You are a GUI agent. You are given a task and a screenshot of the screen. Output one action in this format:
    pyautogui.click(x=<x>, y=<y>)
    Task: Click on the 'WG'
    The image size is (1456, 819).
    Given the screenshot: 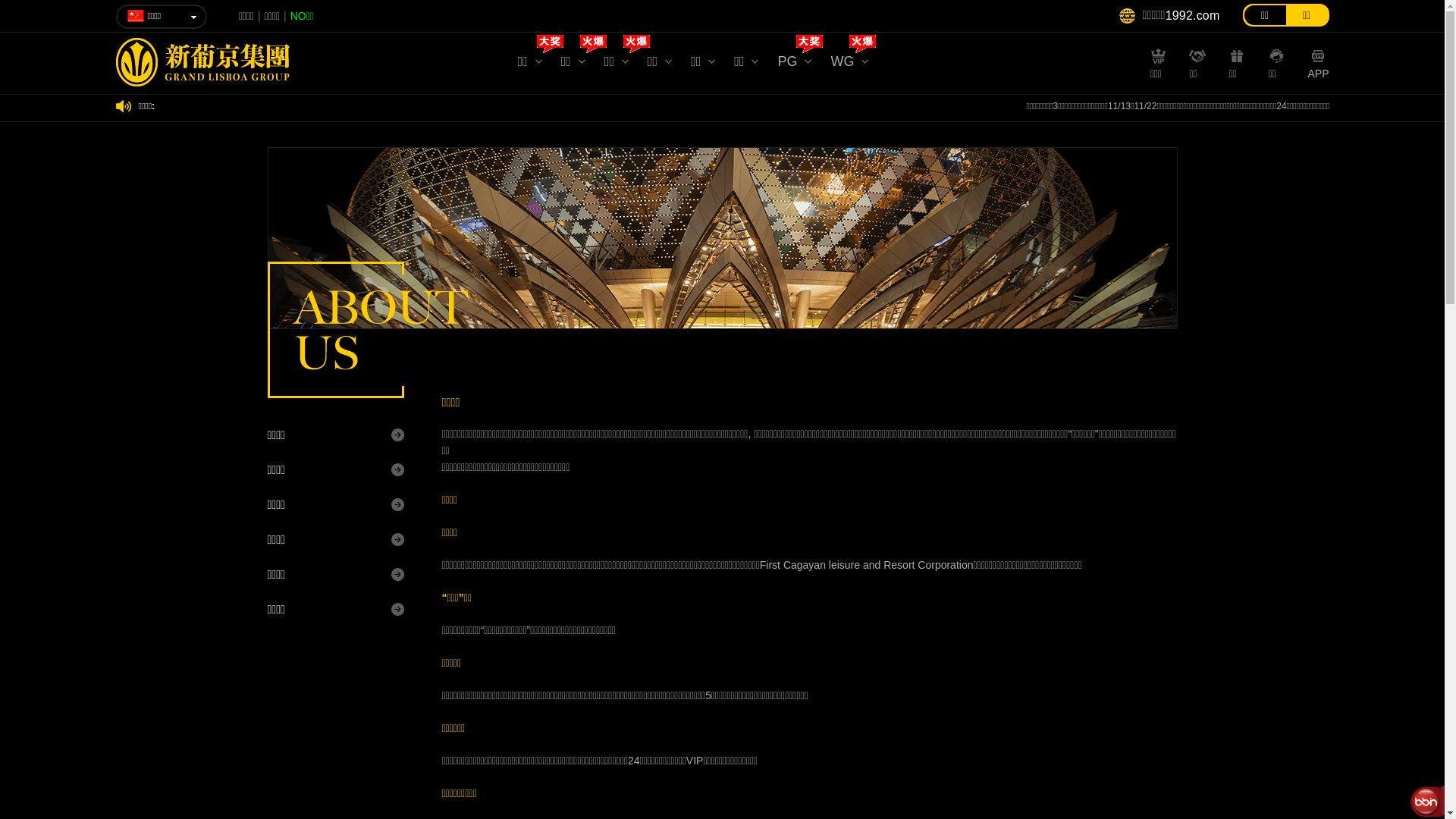 What is the action you would take?
    pyautogui.click(x=848, y=64)
    